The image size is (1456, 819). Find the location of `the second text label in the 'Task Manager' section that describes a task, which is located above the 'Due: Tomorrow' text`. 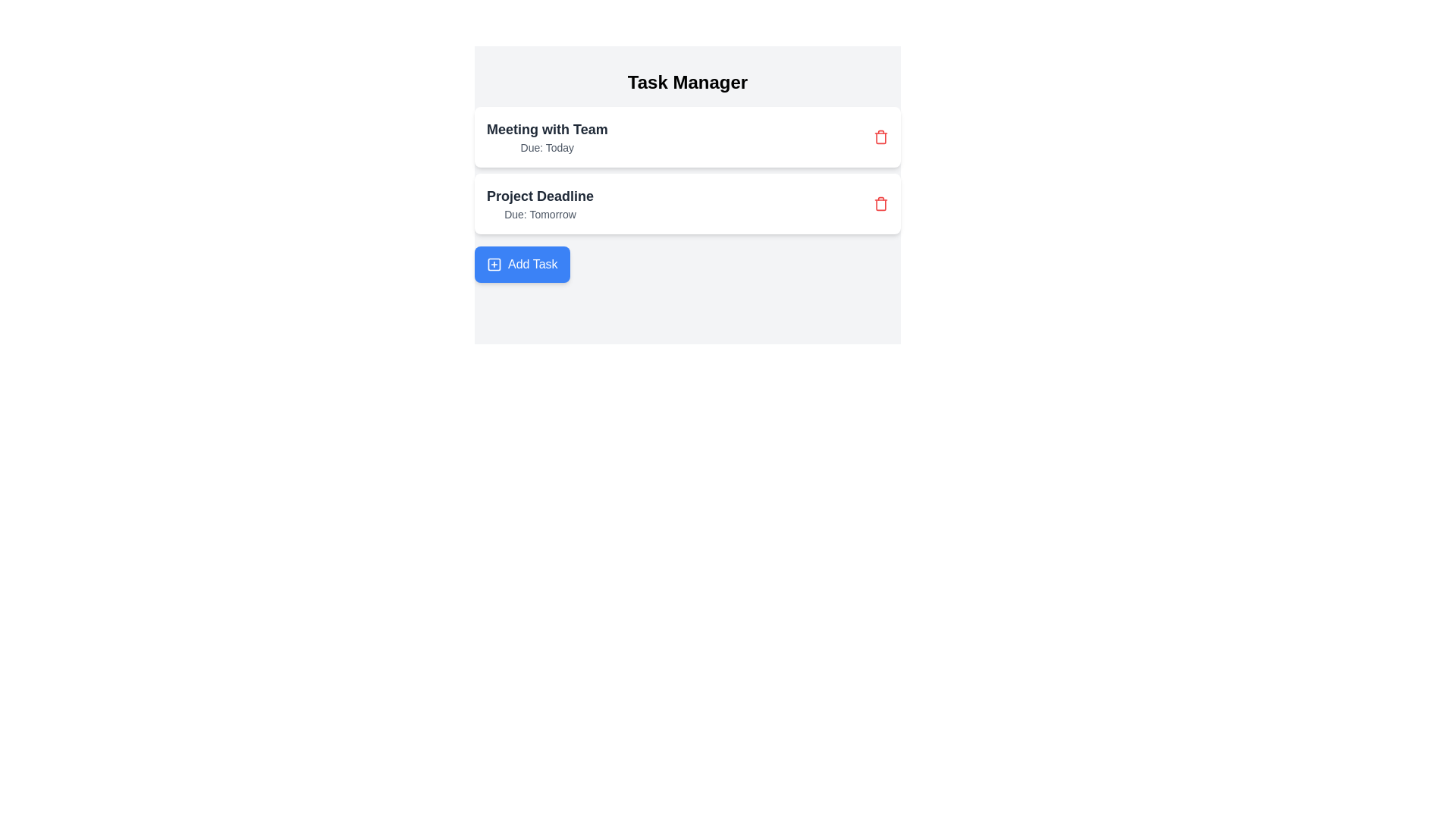

the second text label in the 'Task Manager' section that describes a task, which is located above the 'Due: Tomorrow' text is located at coordinates (540, 195).